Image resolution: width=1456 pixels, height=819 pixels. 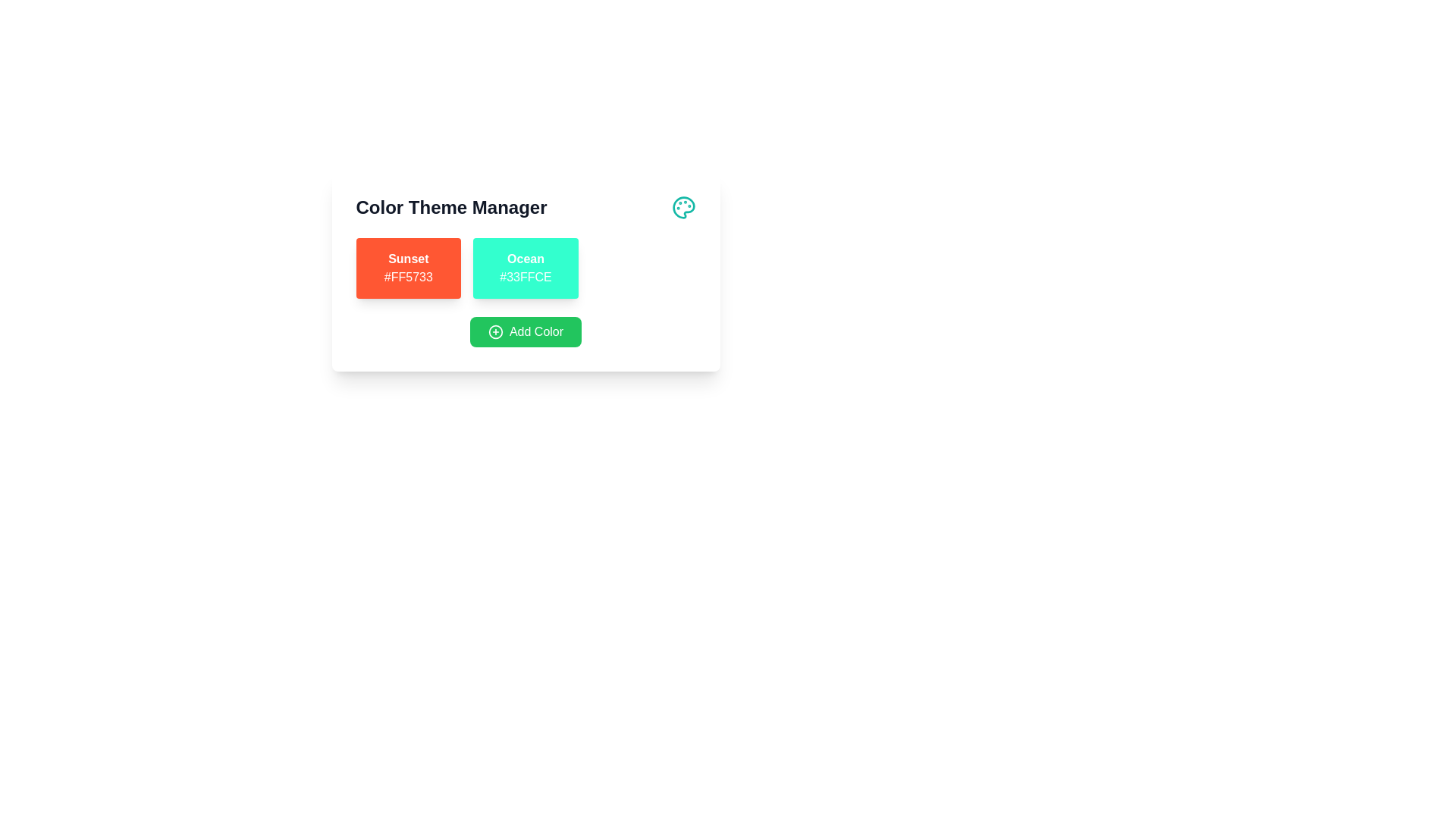 What do you see at coordinates (526, 331) in the screenshot?
I see `the green 'Add Color' button with rounded corners located below the 'Sunset' and 'Ocean' colored blocks in the 'Color Theme Manager' to initiate the color addition process` at bounding box center [526, 331].